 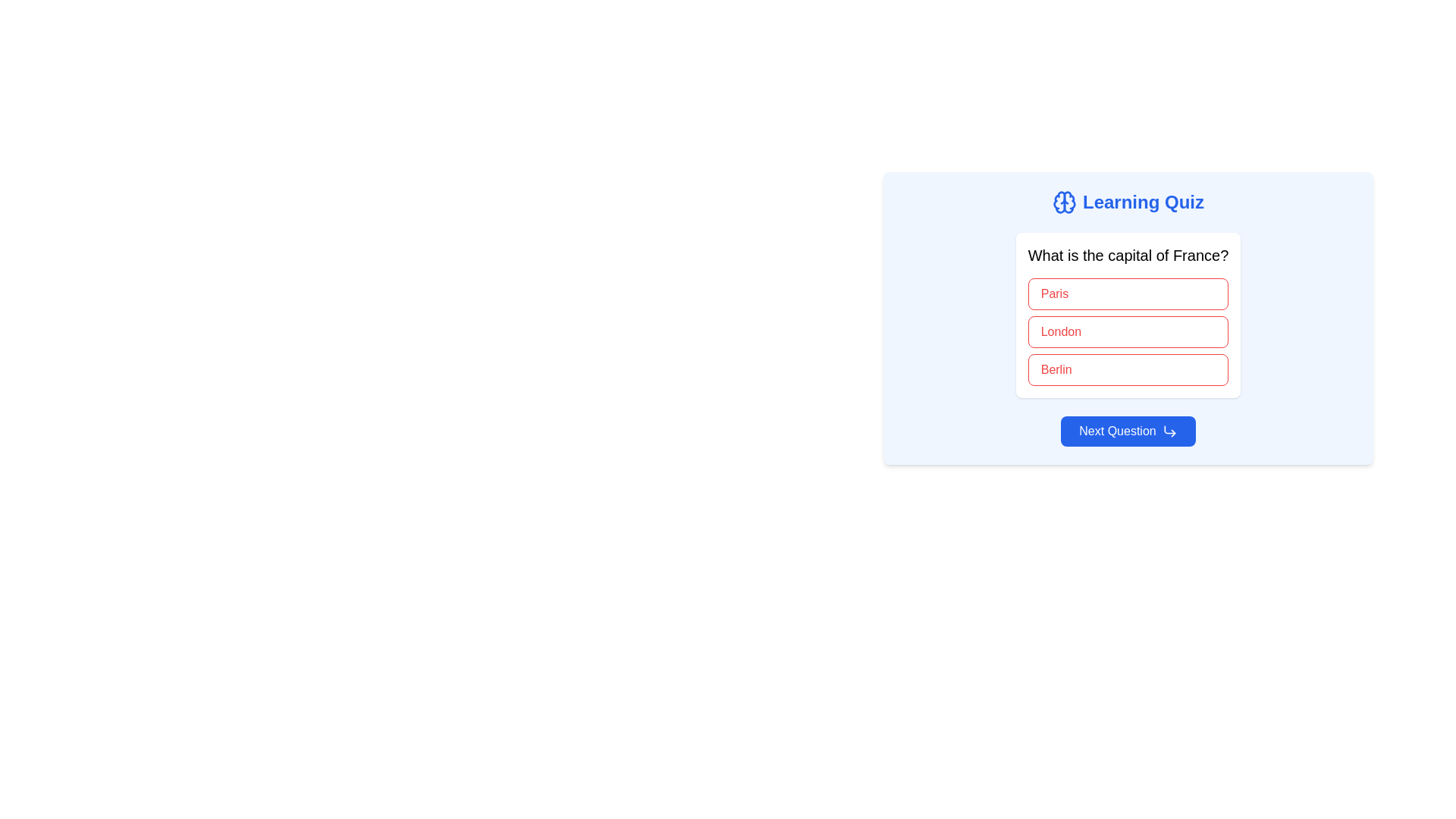 I want to click on the button that displays the options 'Paris', 'London', and 'Berlin', specifically highlighting the second option 'London', so click(x=1128, y=315).